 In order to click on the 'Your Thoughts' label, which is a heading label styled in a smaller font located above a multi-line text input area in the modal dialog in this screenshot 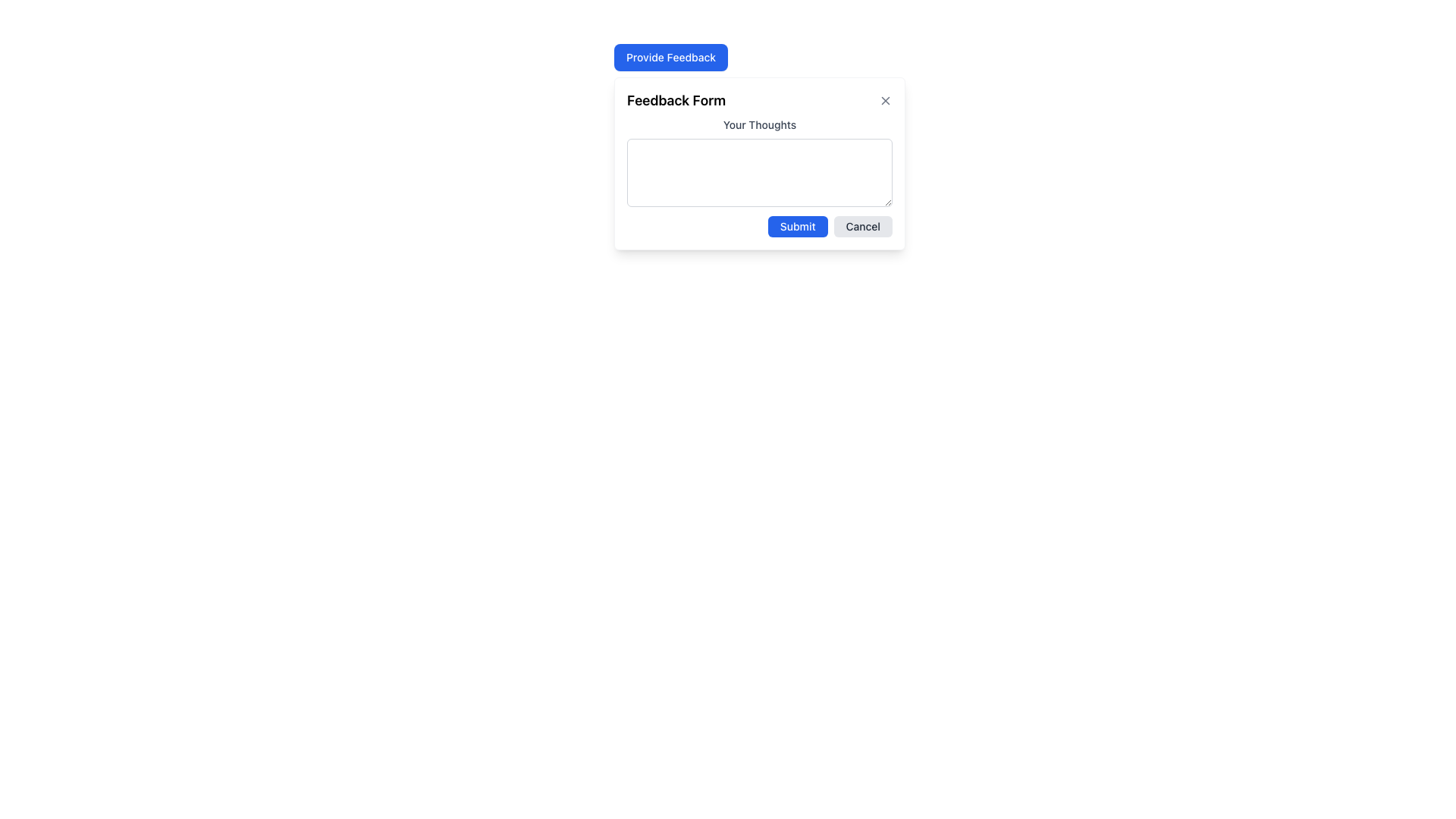, I will do `click(760, 124)`.